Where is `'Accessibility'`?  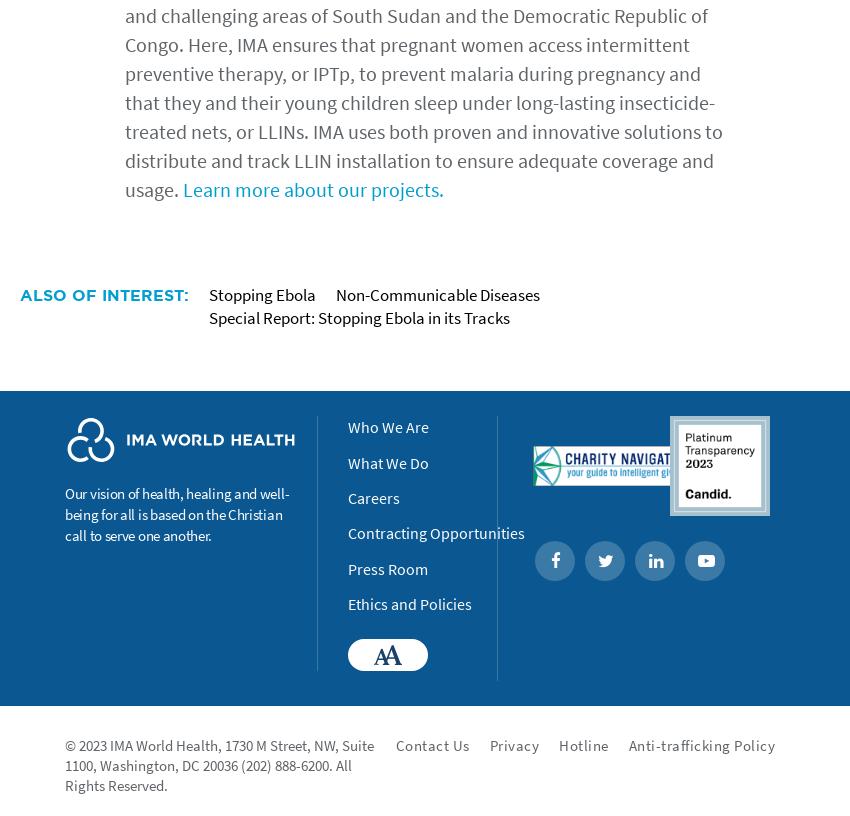 'Accessibility' is located at coordinates (469, 662).